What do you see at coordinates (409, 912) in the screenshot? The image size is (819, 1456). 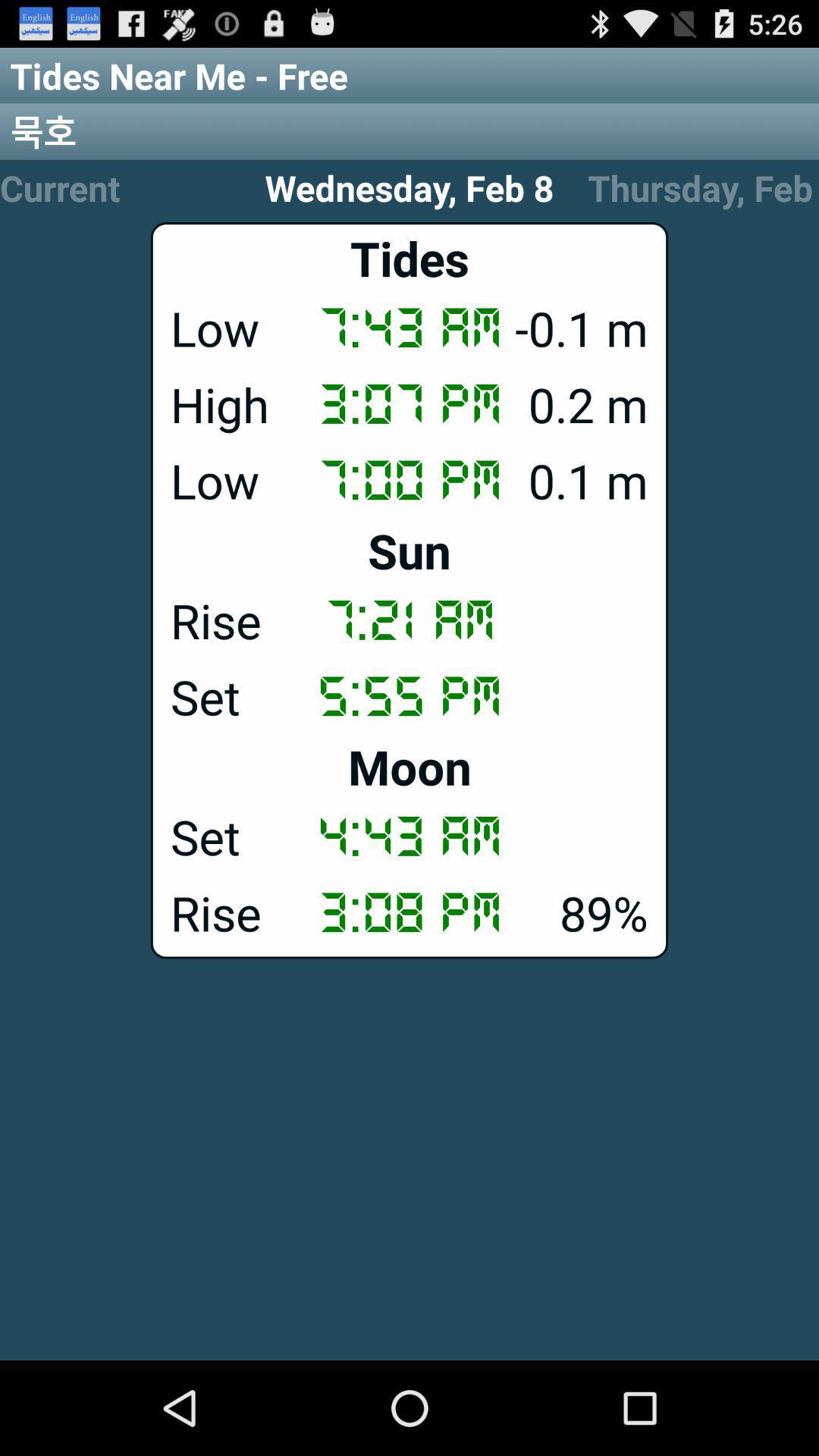 I see `item below set app` at bounding box center [409, 912].